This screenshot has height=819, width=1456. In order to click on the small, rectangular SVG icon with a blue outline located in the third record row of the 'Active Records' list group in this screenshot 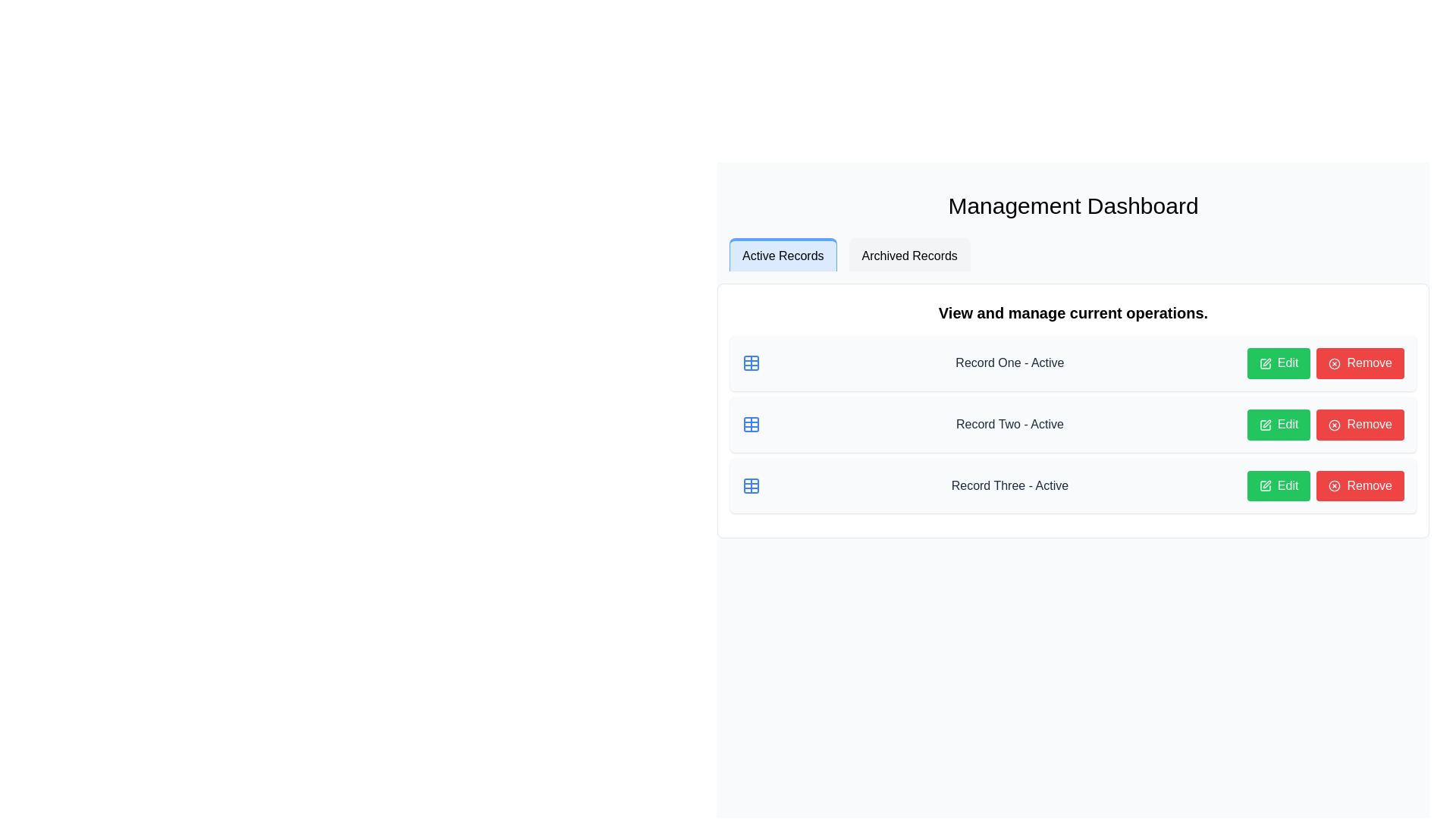, I will do `click(751, 485)`.